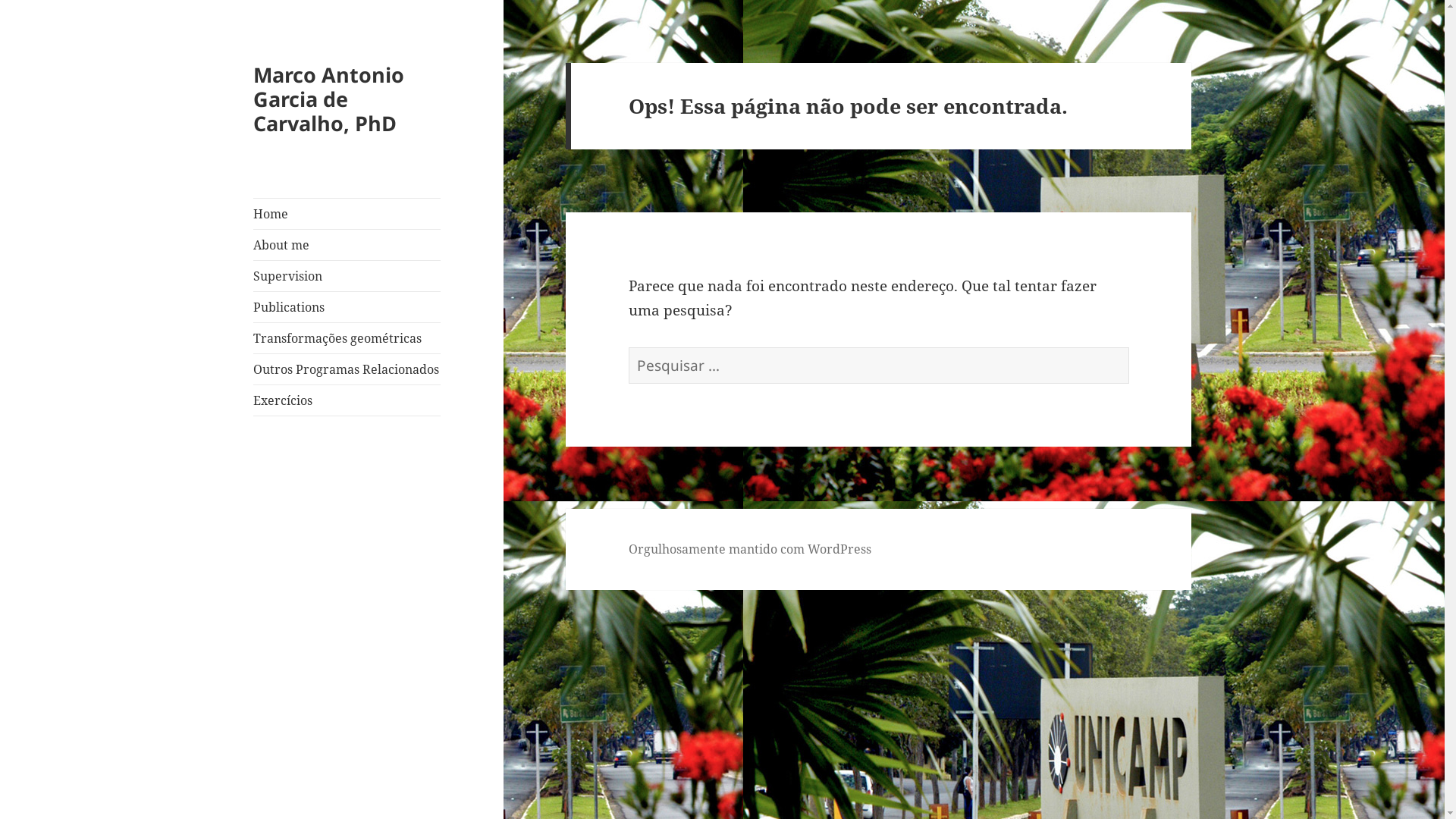  What do you see at coordinates (346, 369) in the screenshot?
I see `'Outros Programas Relacionados'` at bounding box center [346, 369].